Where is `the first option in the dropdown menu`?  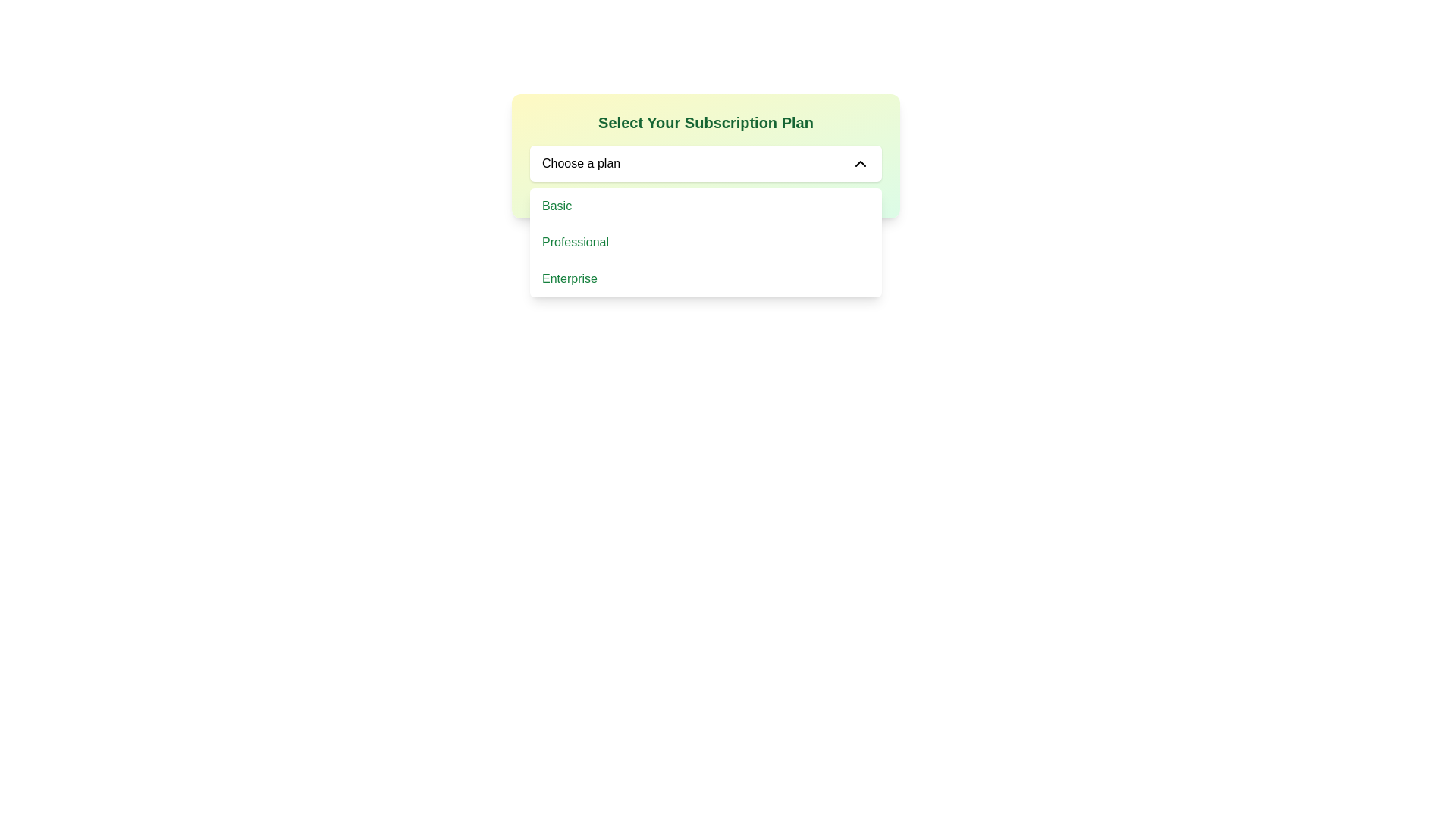 the first option in the dropdown menu is located at coordinates (705, 206).